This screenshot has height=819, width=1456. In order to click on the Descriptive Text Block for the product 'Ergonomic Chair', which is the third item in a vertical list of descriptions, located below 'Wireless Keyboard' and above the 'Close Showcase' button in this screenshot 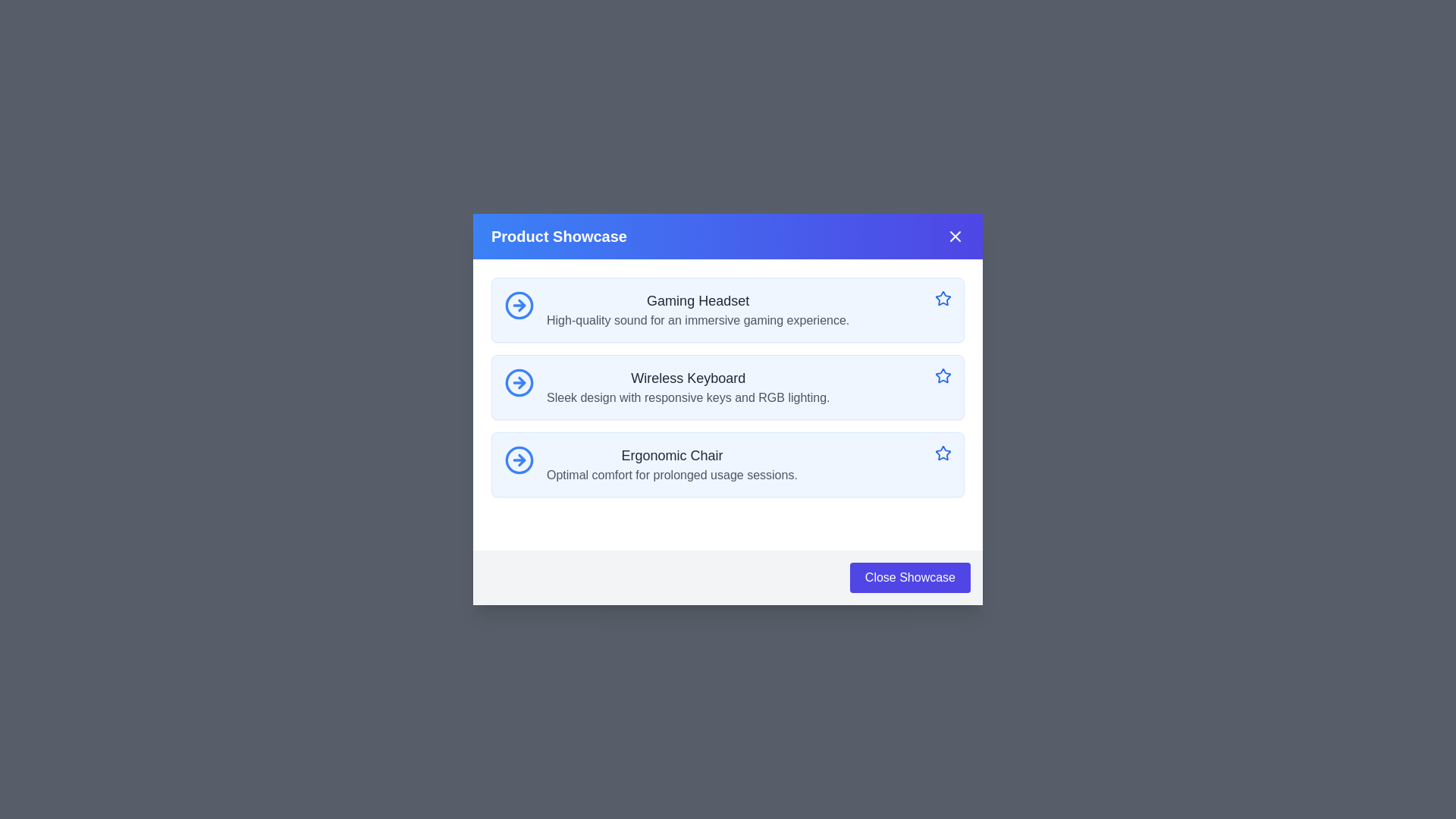, I will do `click(671, 464)`.